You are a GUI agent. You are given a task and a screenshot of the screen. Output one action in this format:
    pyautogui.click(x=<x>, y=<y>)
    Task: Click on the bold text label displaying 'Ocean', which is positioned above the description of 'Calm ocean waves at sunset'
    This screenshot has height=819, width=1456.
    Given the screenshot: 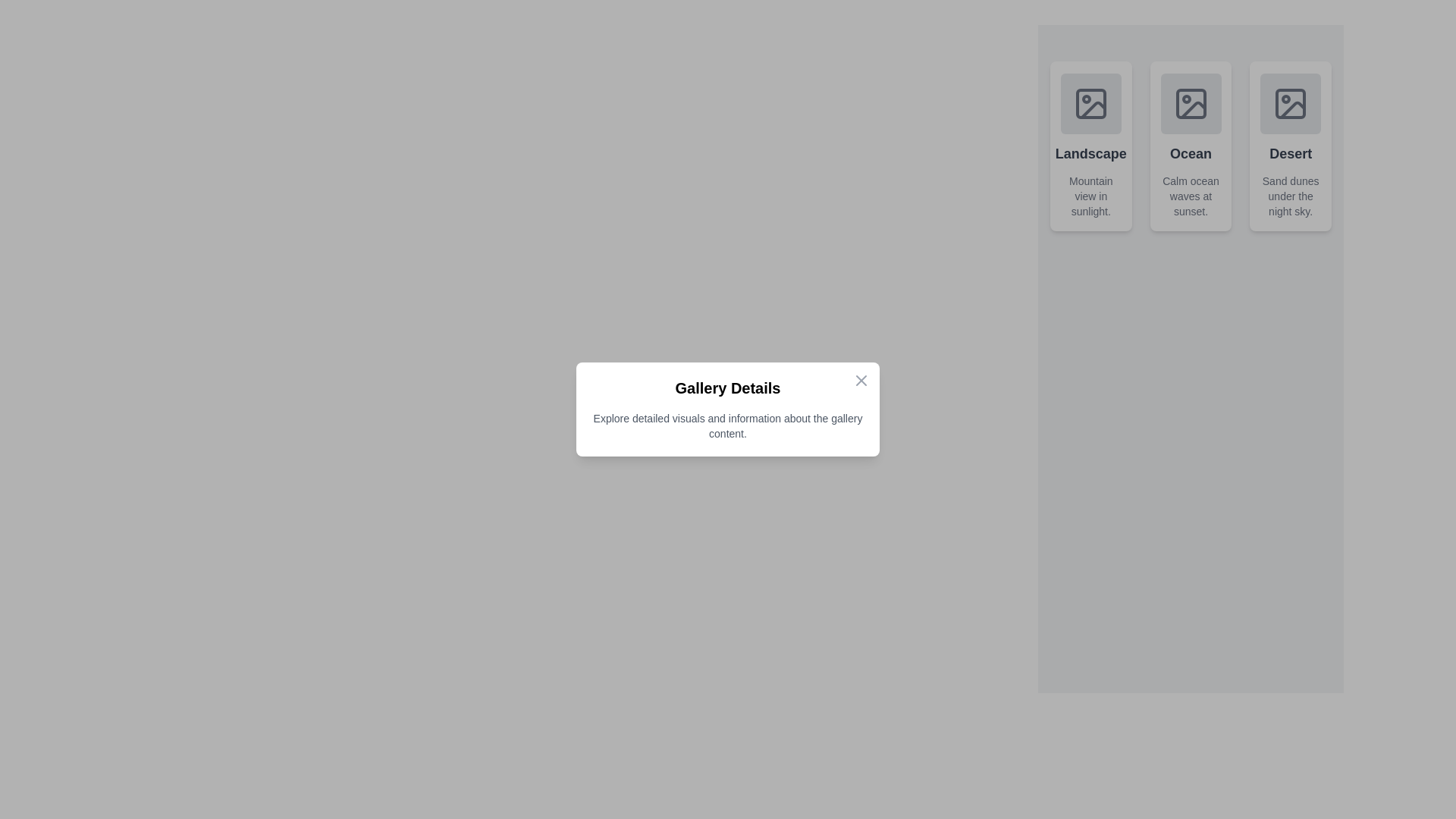 What is the action you would take?
    pyautogui.click(x=1190, y=154)
    